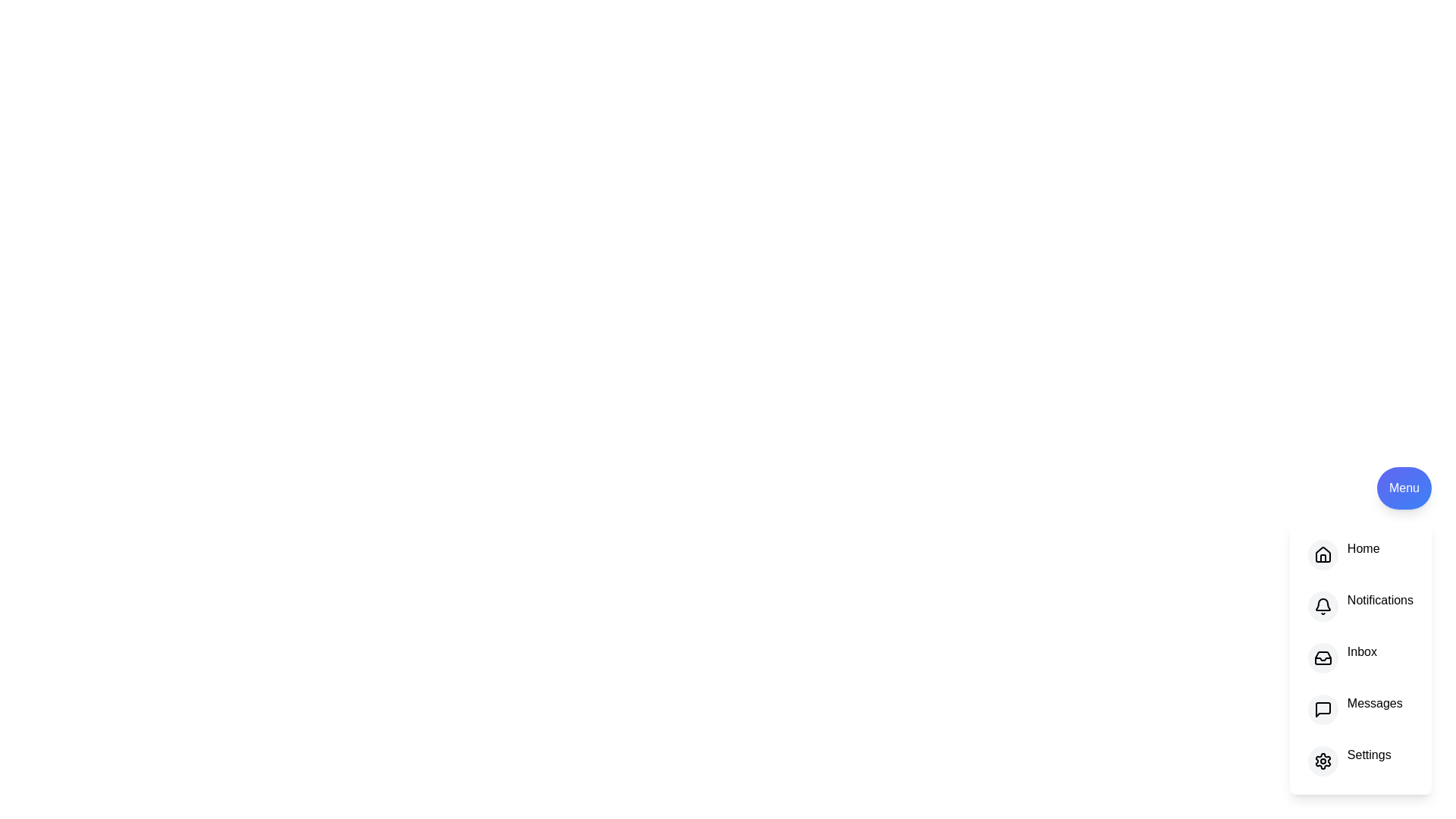 The width and height of the screenshot is (1456, 819). Describe the element at coordinates (1321, 710) in the screenshot. I see `the option Messages from the menu` at that location.